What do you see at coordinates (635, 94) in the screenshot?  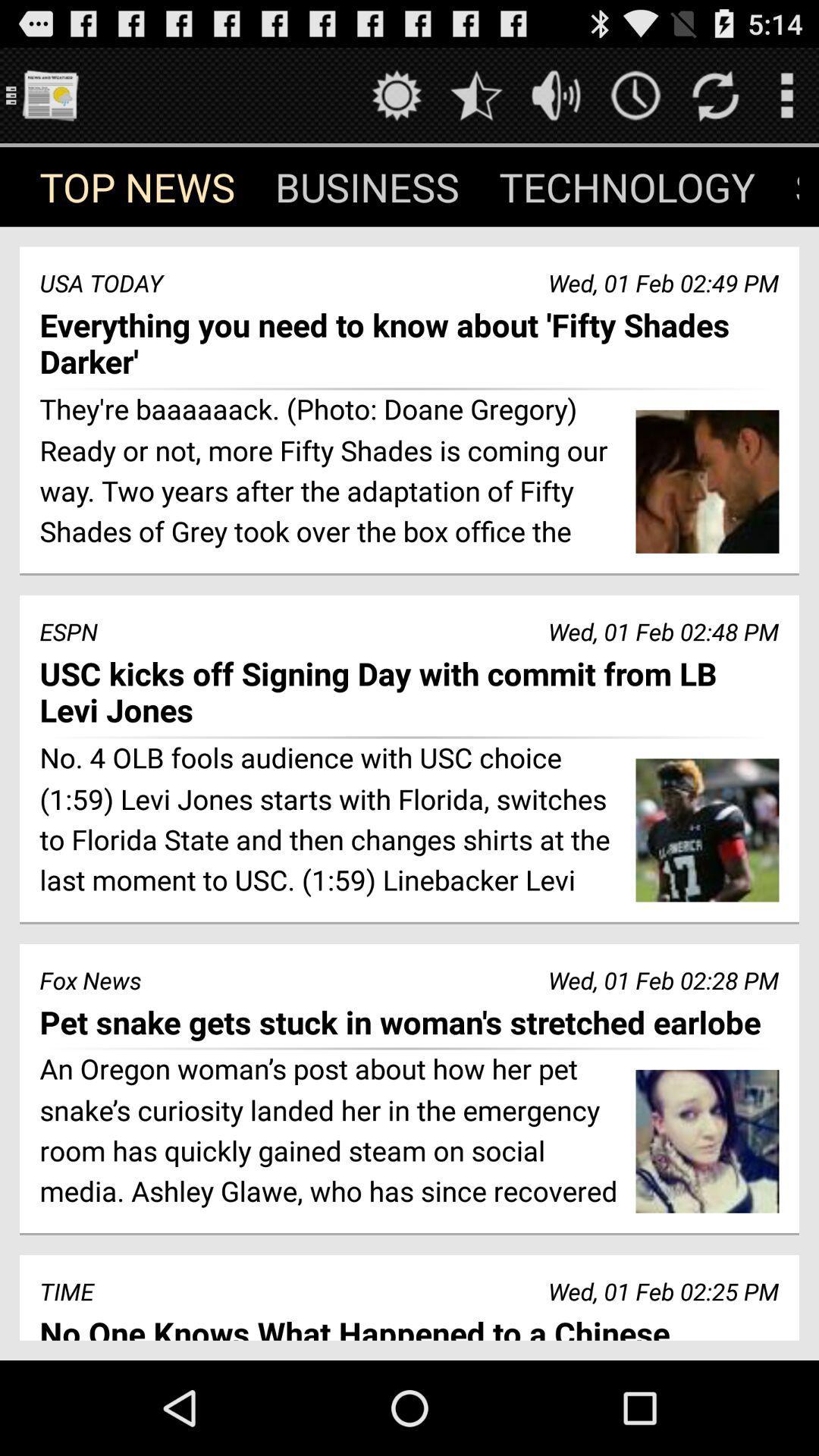 I see `time` at bounding box center [635, 94].